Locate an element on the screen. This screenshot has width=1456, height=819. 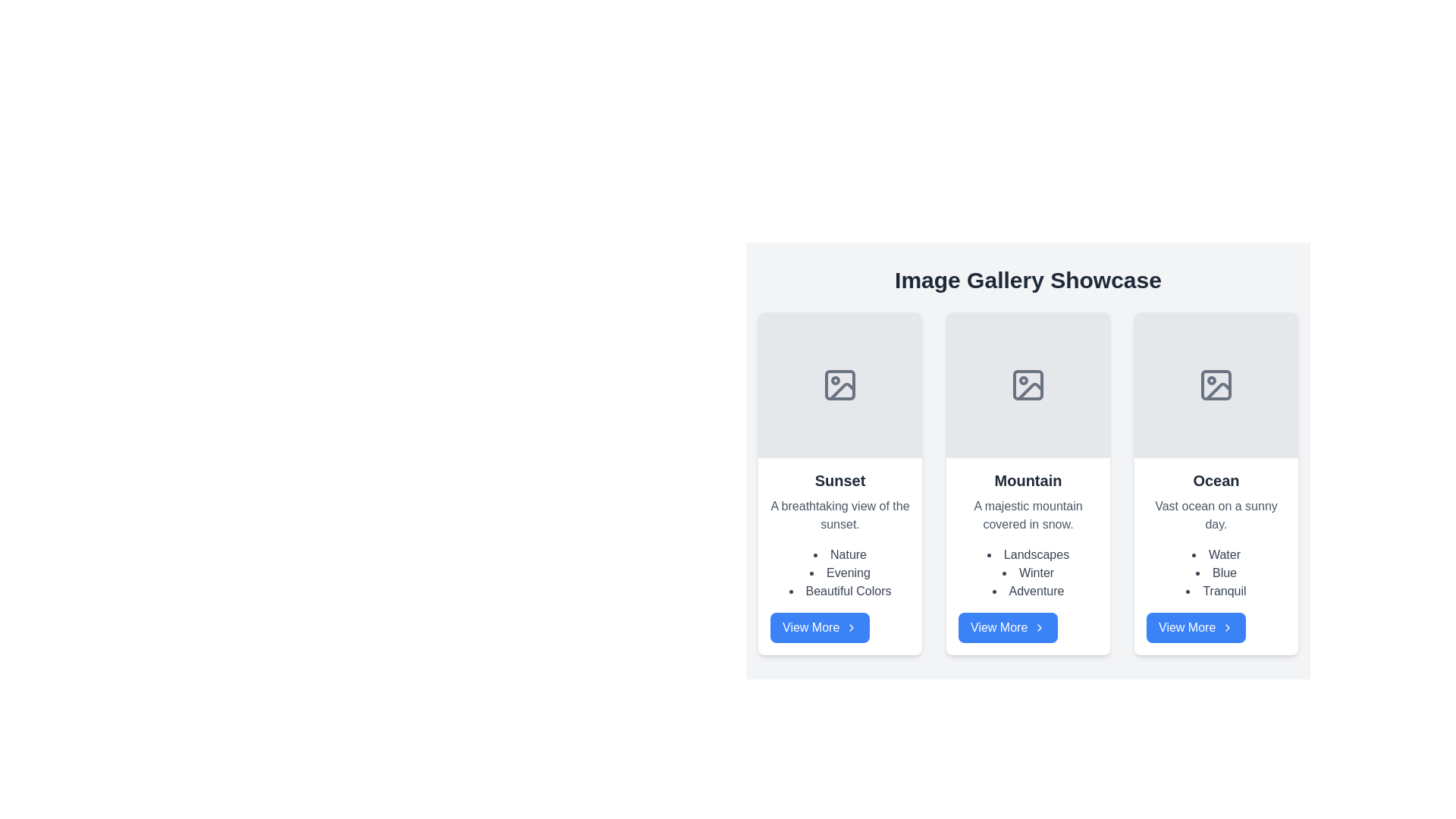
the Image Placeholder at the top portion of the card labeled 'Mountain', which is centrally positioned above the descriptive text is located at coordinates (1028, 384).